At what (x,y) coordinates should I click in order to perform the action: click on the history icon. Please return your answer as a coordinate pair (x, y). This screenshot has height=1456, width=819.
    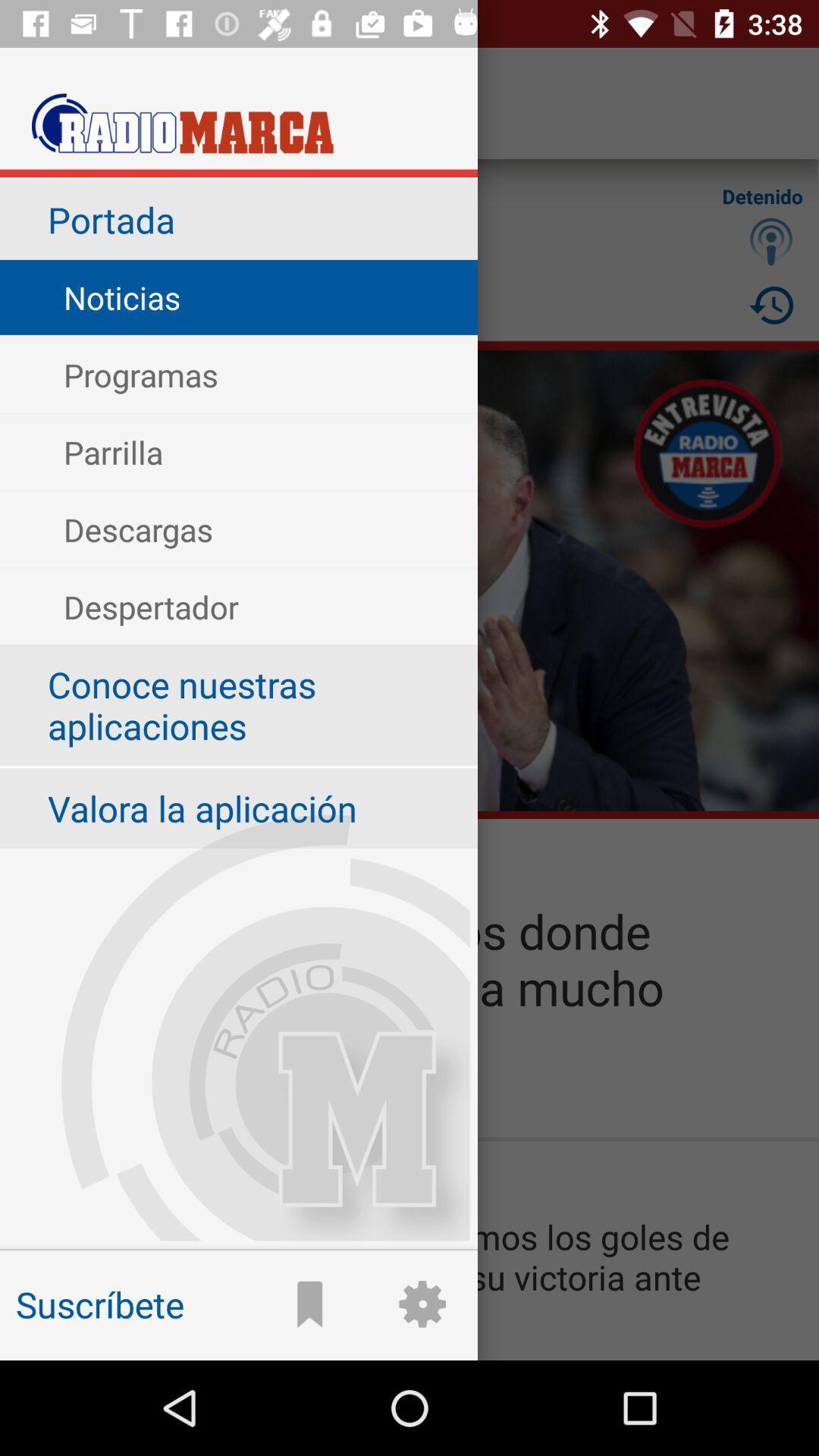
    Looking at the image, I should click on (771, 304).